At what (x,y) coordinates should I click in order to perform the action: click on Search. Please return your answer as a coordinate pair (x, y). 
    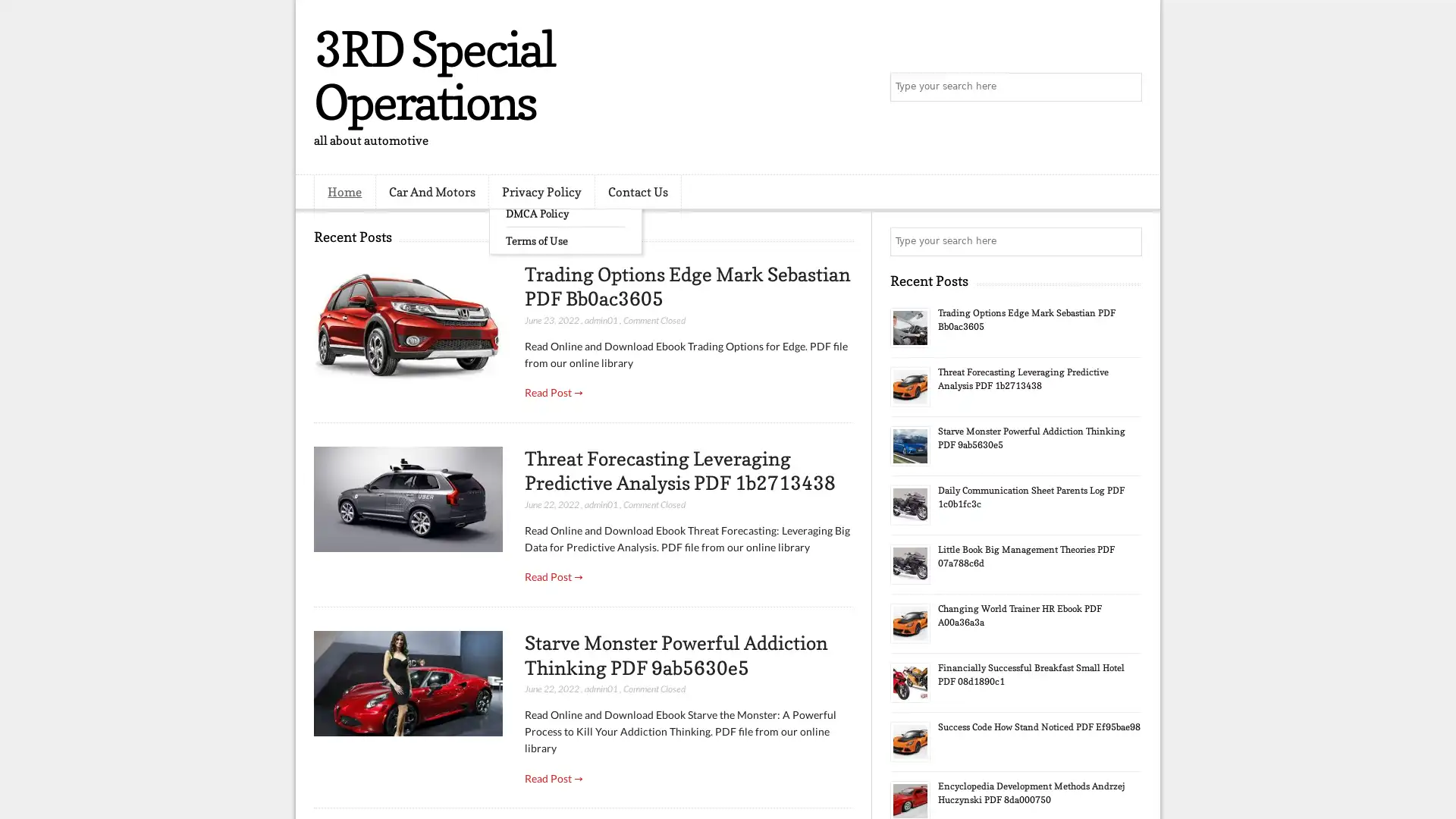
    Looking at the image, I should click on (1126, 87).